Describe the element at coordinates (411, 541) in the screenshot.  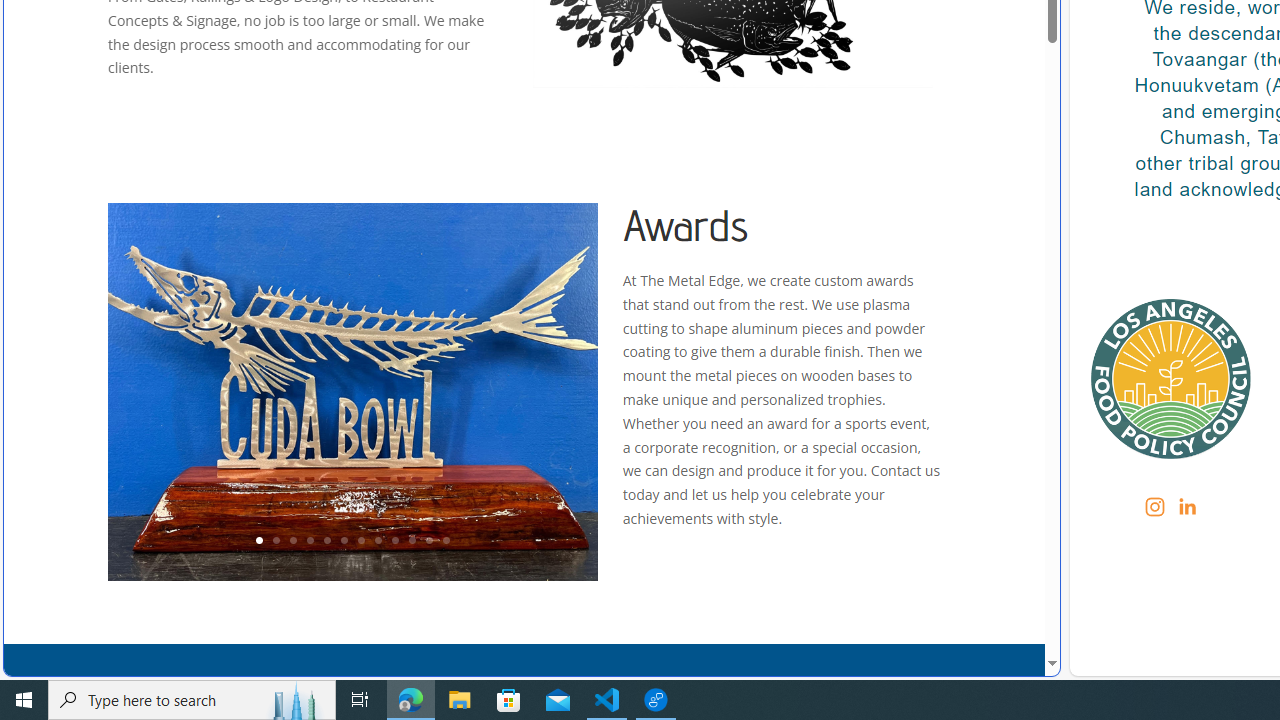
I see `'10'` at that location.